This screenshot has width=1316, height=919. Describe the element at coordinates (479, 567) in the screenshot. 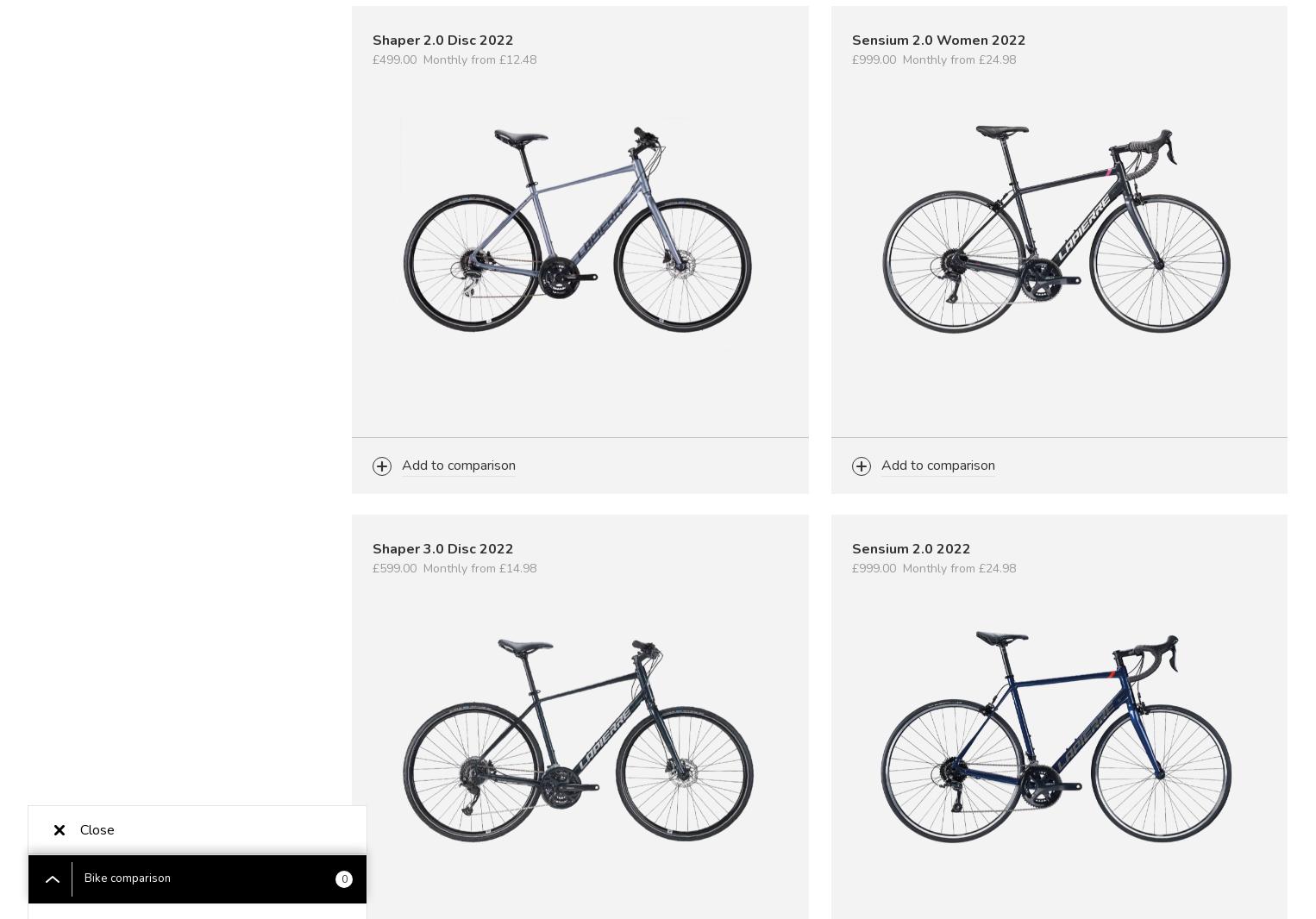

I see `'Monthly from £14.98'` at that location.